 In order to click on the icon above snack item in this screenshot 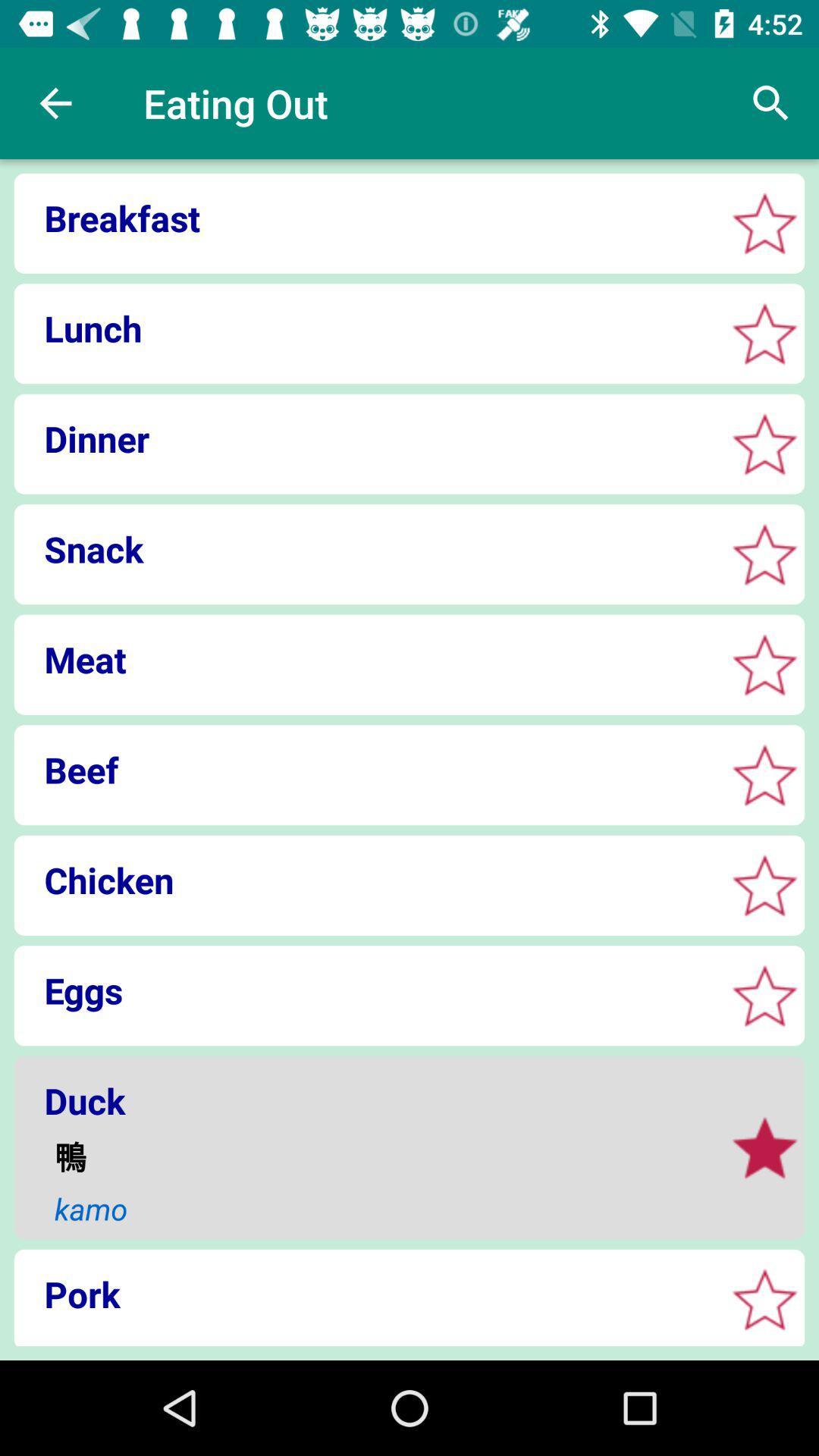, I will do `click(365, 438)`.